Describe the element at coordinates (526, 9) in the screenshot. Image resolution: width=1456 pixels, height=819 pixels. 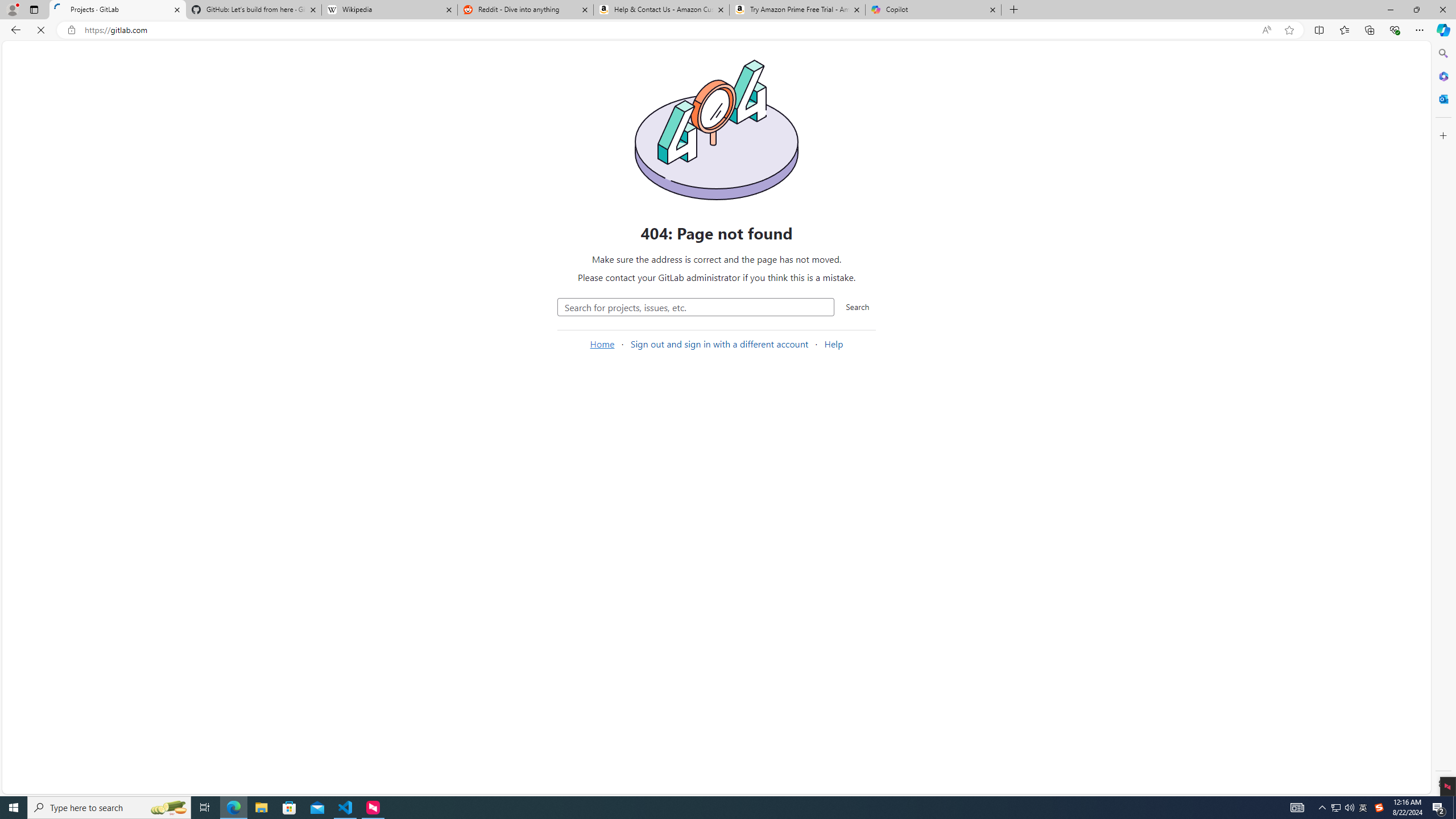
I see `'Reddit - Dive into anything'` at that location.